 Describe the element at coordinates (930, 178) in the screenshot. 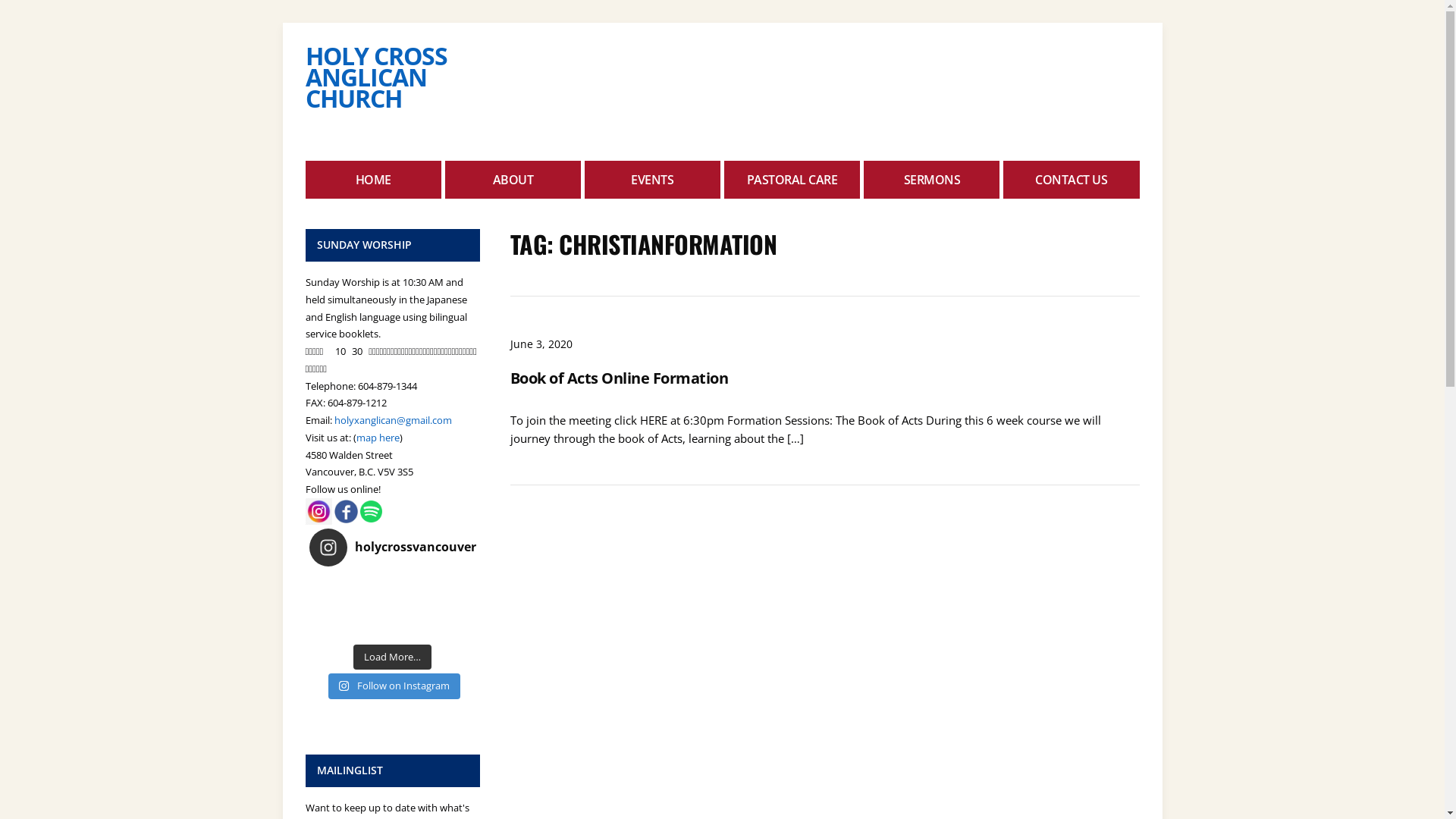

I see `'SERMONS'` at that location.